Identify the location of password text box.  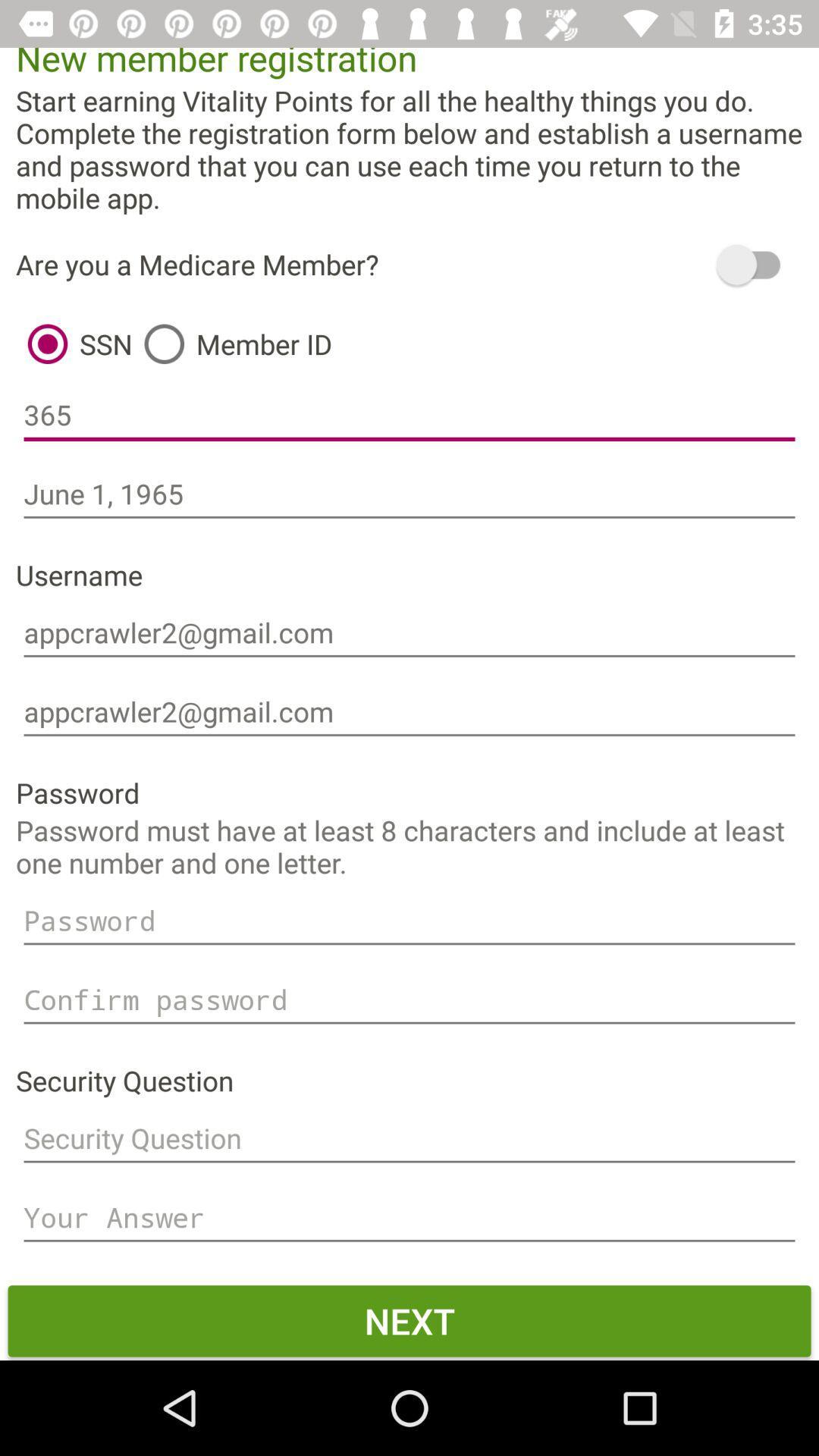
(409, 920).